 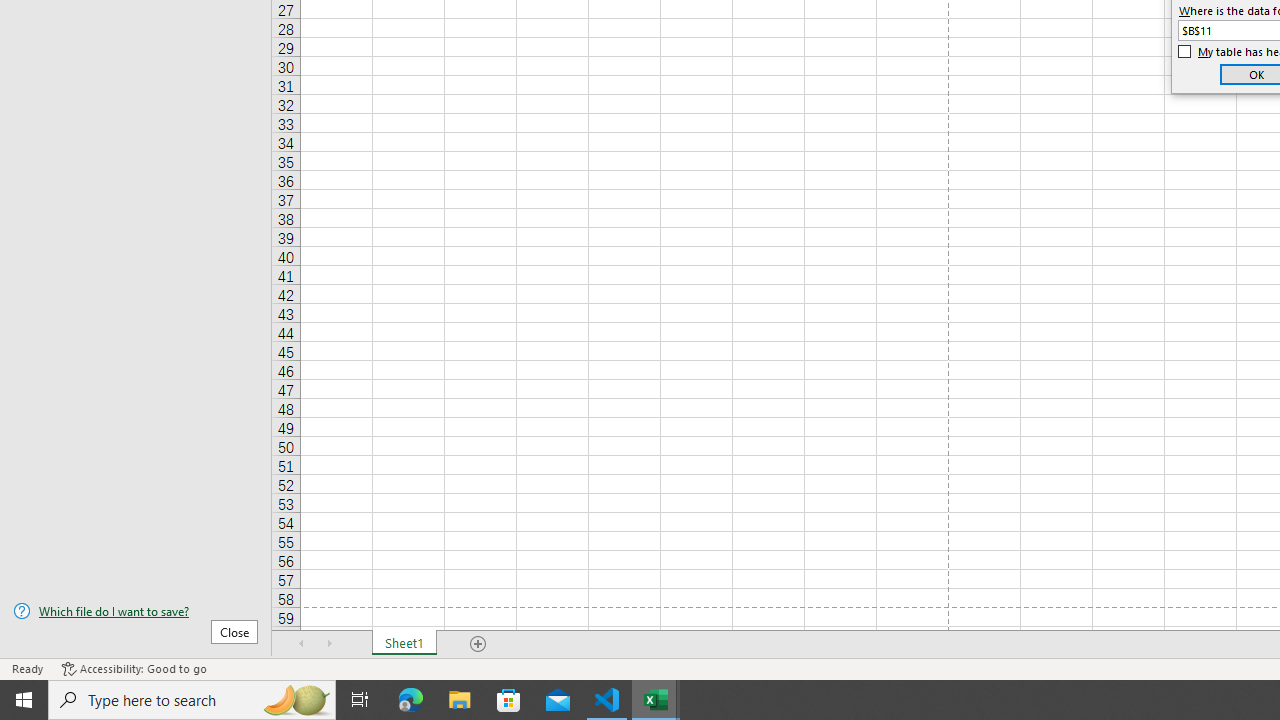 I want to click on 'Sheet1', so click(x=403, y=644).